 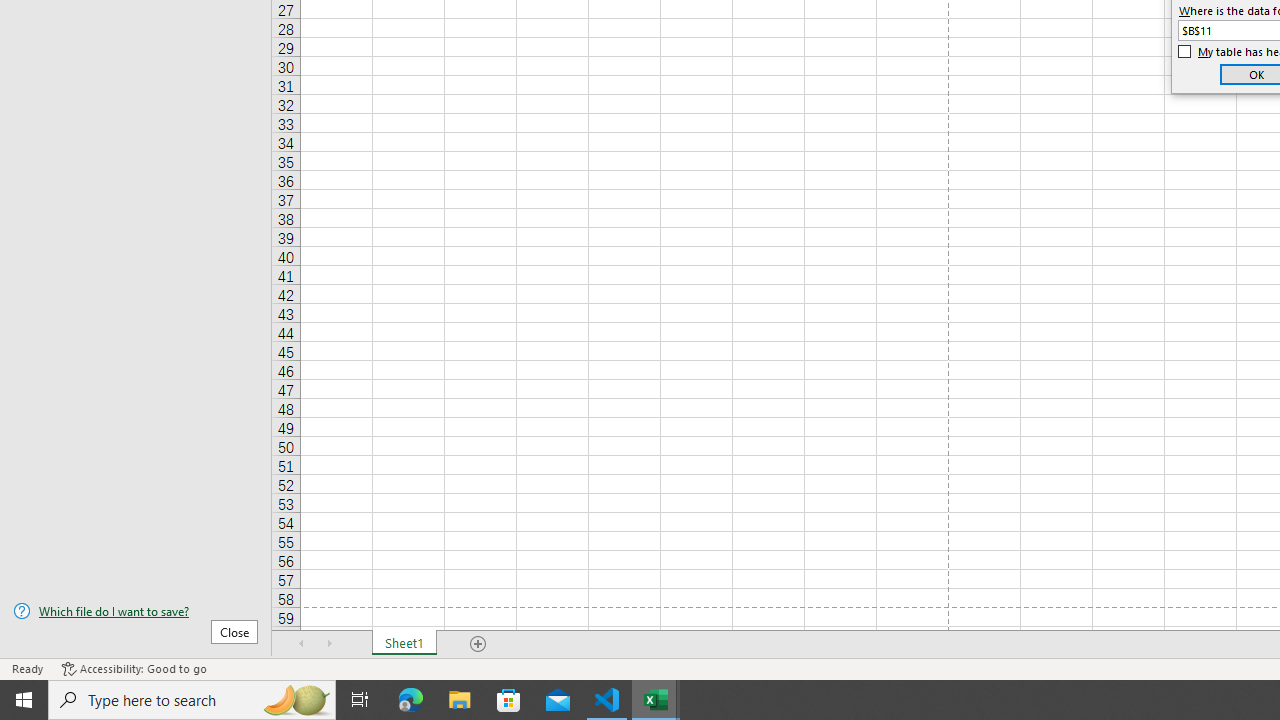 I want to click on 'Sheet1', so click(x=403, y=644).